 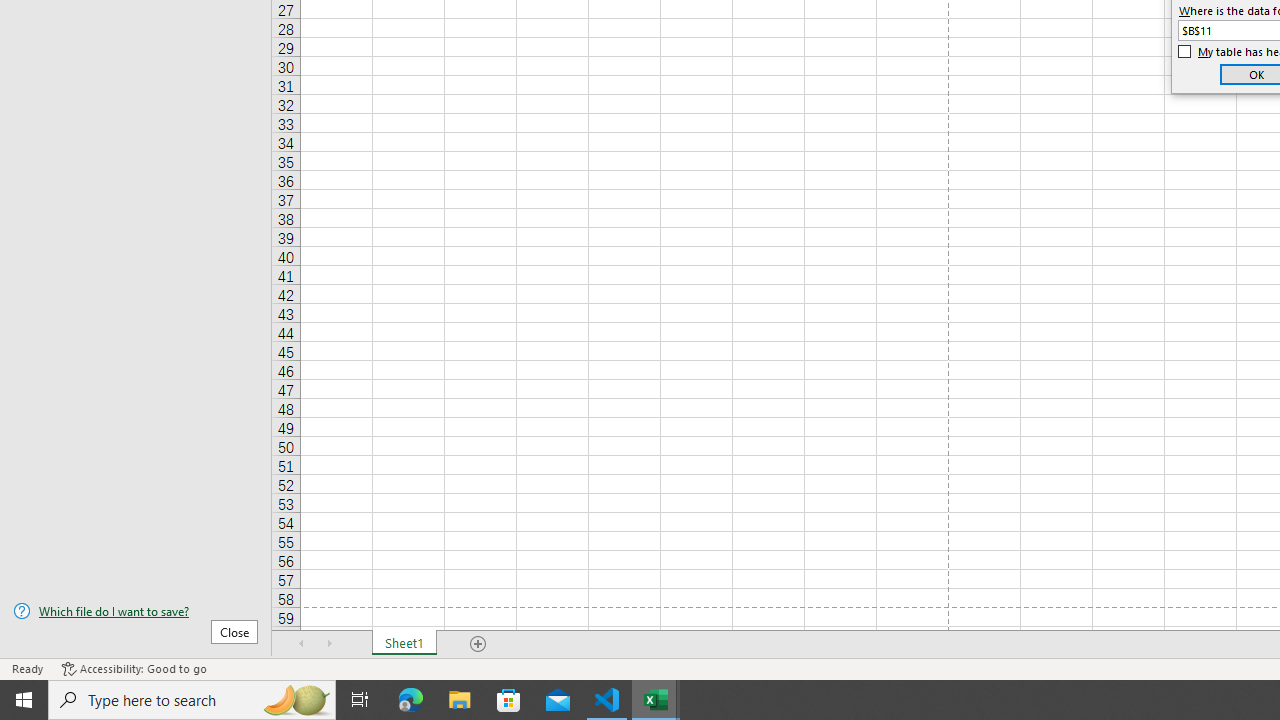 I want to click on 'Sheet1', so click(x=403, y=644).